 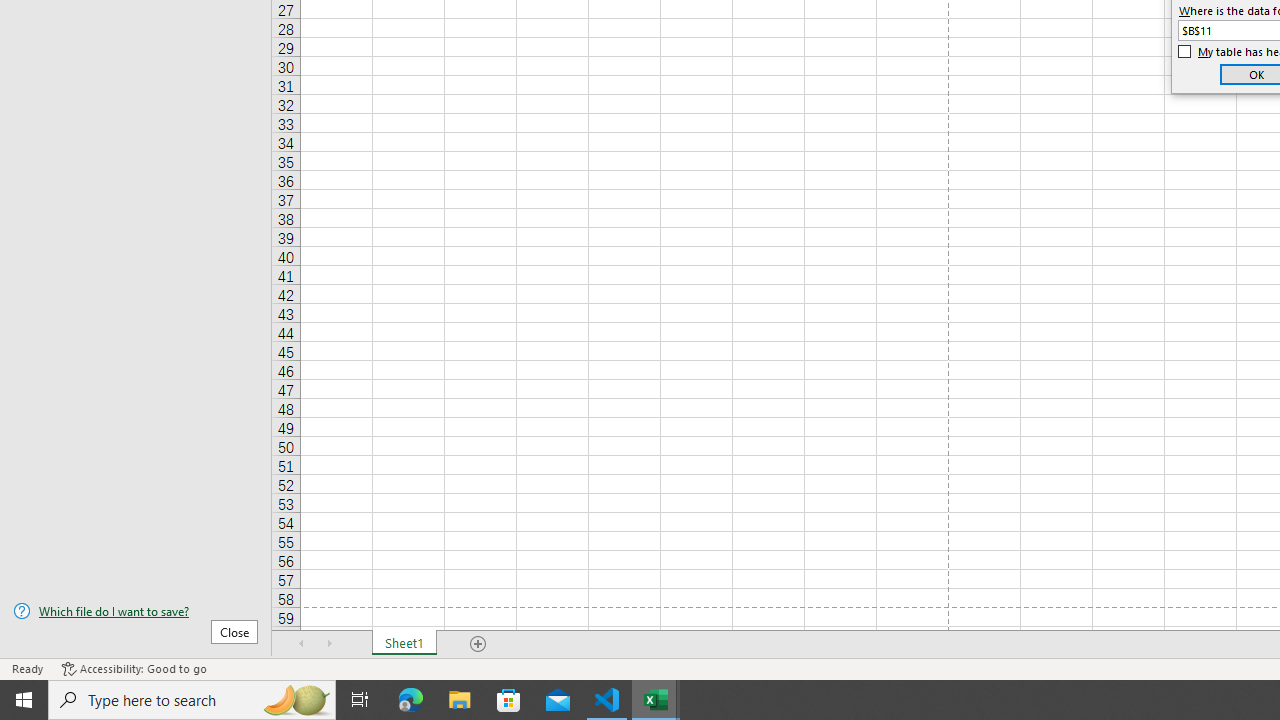 I want to click on 'Sheet1', so click(x=403, y=644).